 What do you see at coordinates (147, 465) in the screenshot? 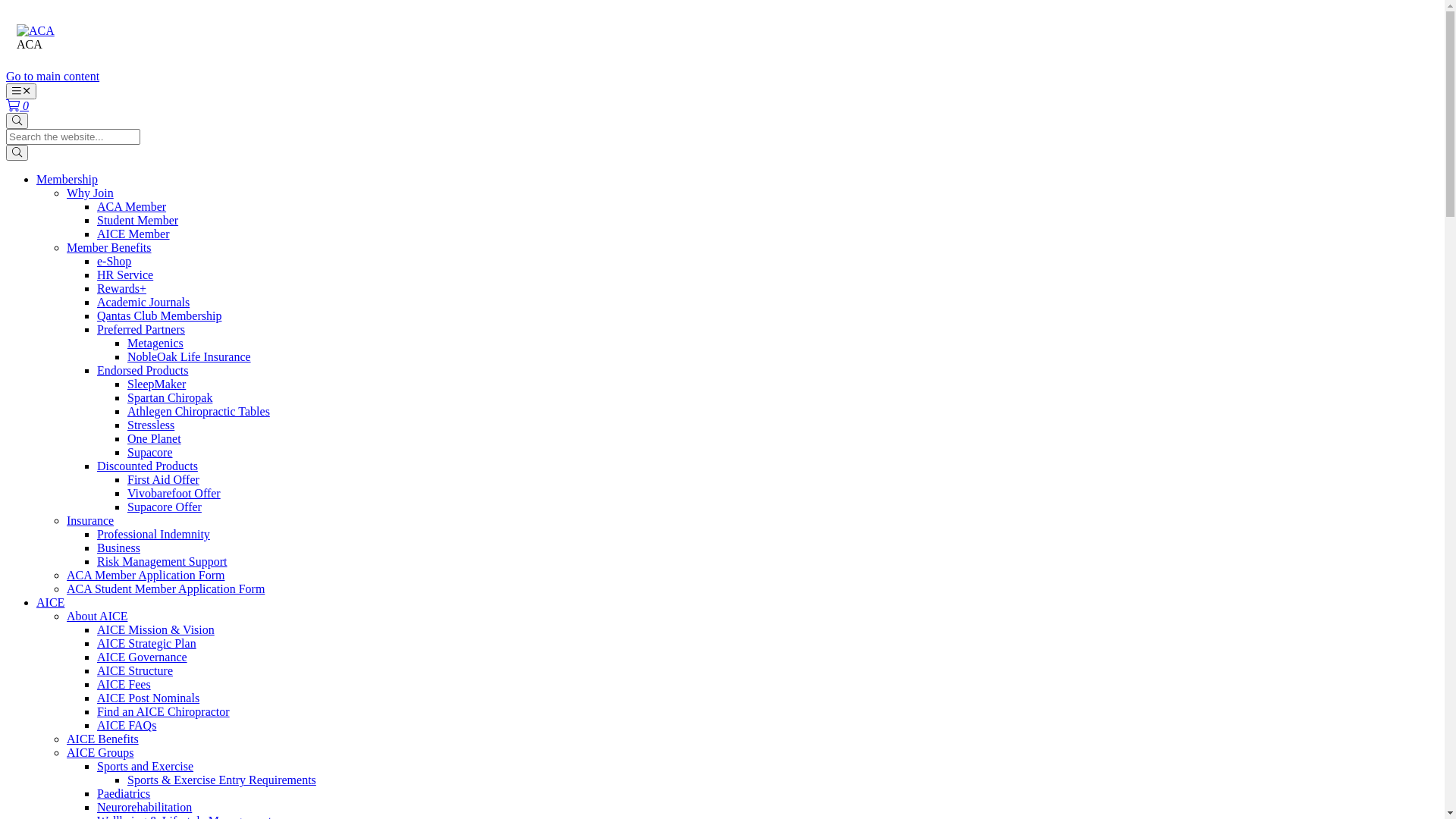
I see `'Discounted Products'` at bounding box center [147, 465].